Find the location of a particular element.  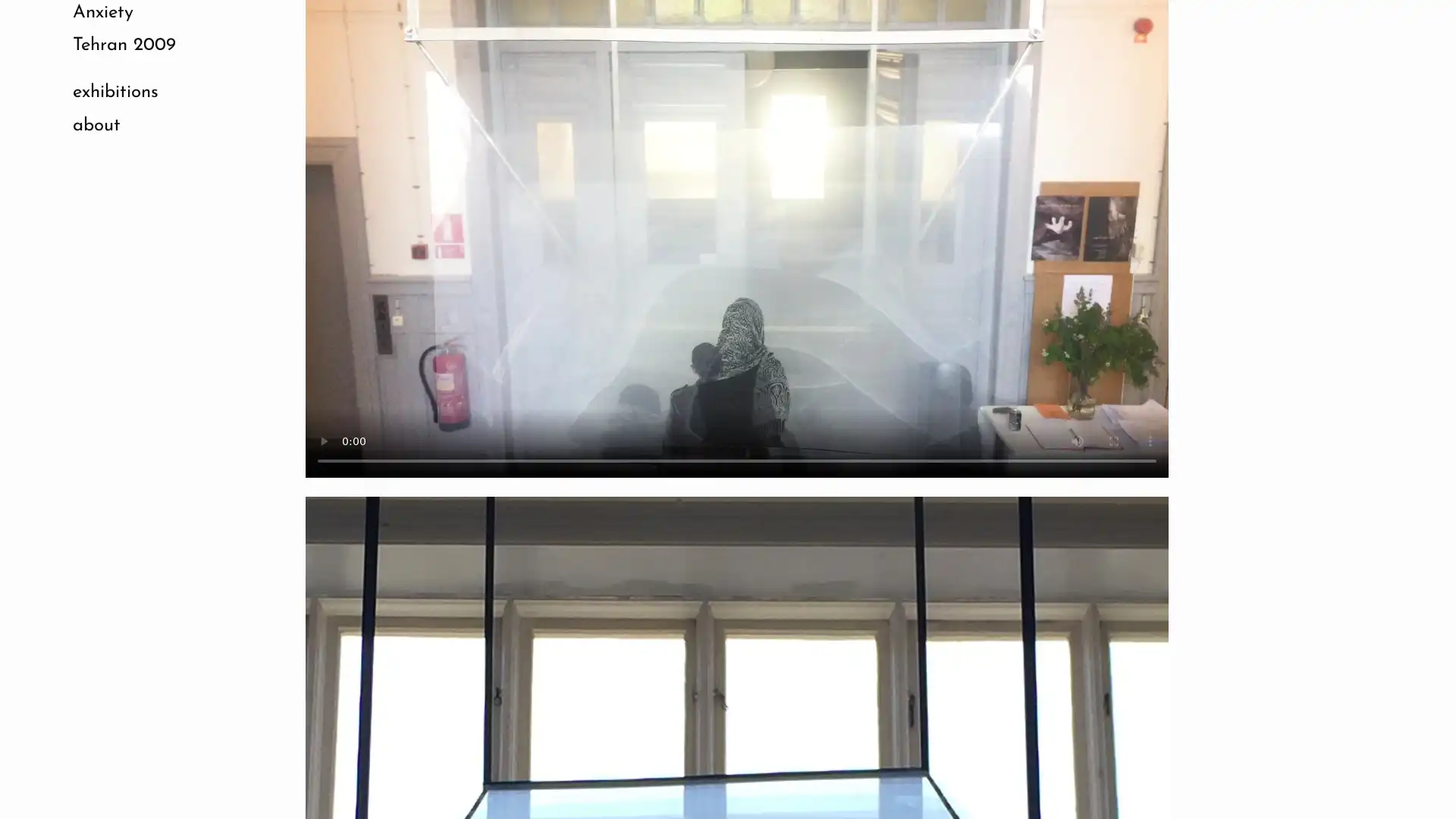

show more media controls is located at coordinates (1150, 441).